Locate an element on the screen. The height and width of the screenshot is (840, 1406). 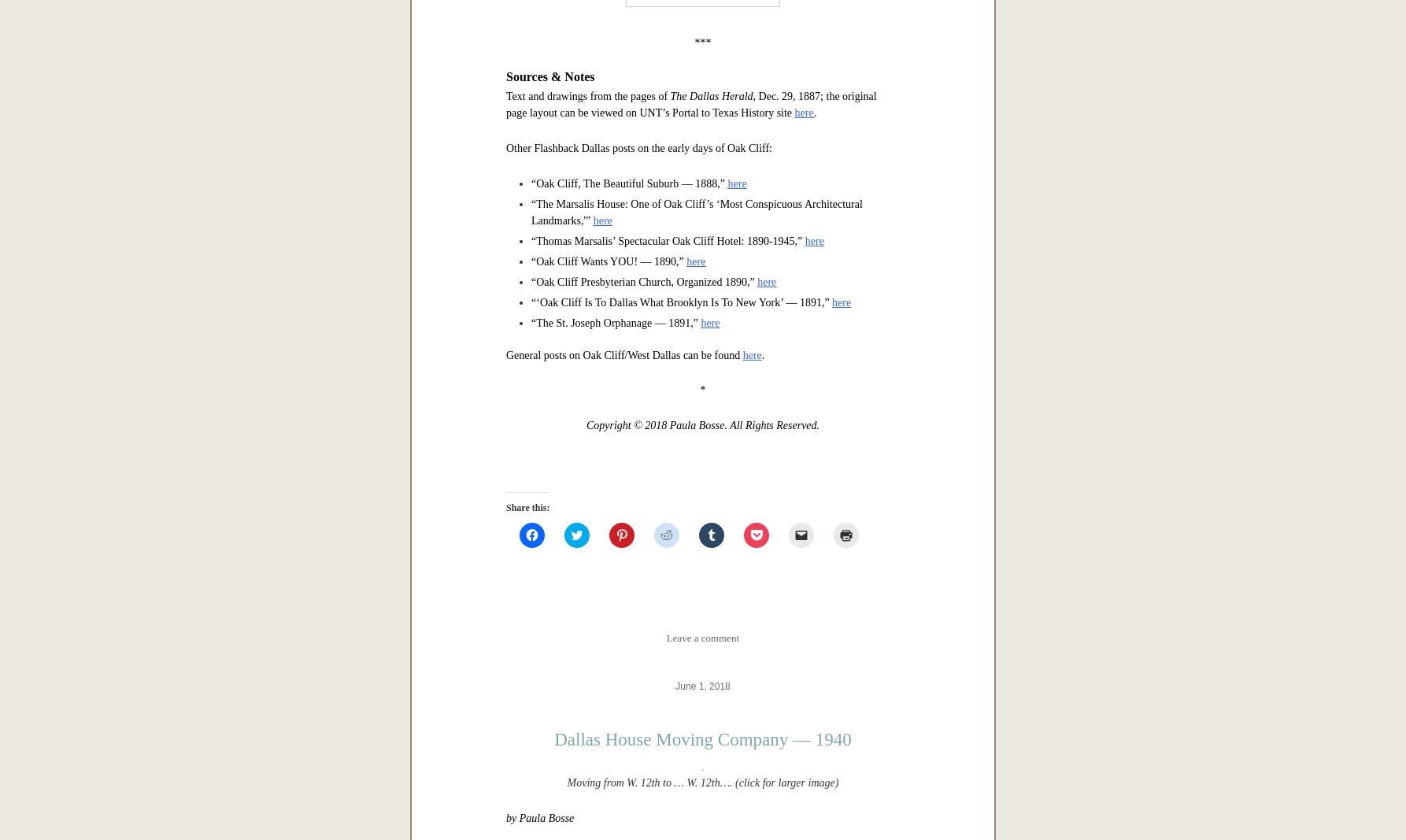
'“Thomas Marsalis’ Spectacular Oak Cliff Hotel: 1890-1945,”' is located at coordinates (531, 735).